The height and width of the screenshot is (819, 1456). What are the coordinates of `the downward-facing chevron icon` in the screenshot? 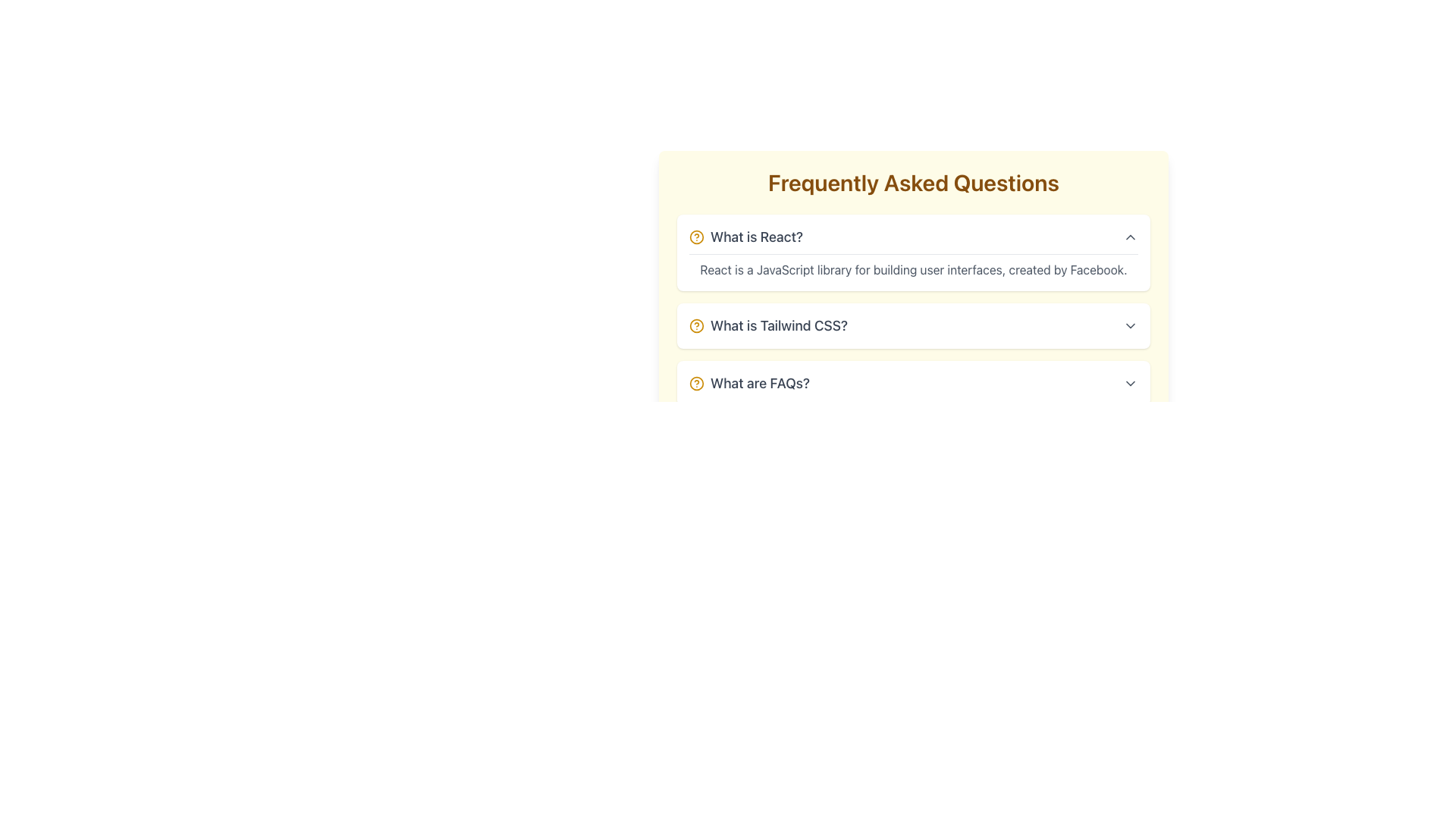 It's located at (1131, 325).